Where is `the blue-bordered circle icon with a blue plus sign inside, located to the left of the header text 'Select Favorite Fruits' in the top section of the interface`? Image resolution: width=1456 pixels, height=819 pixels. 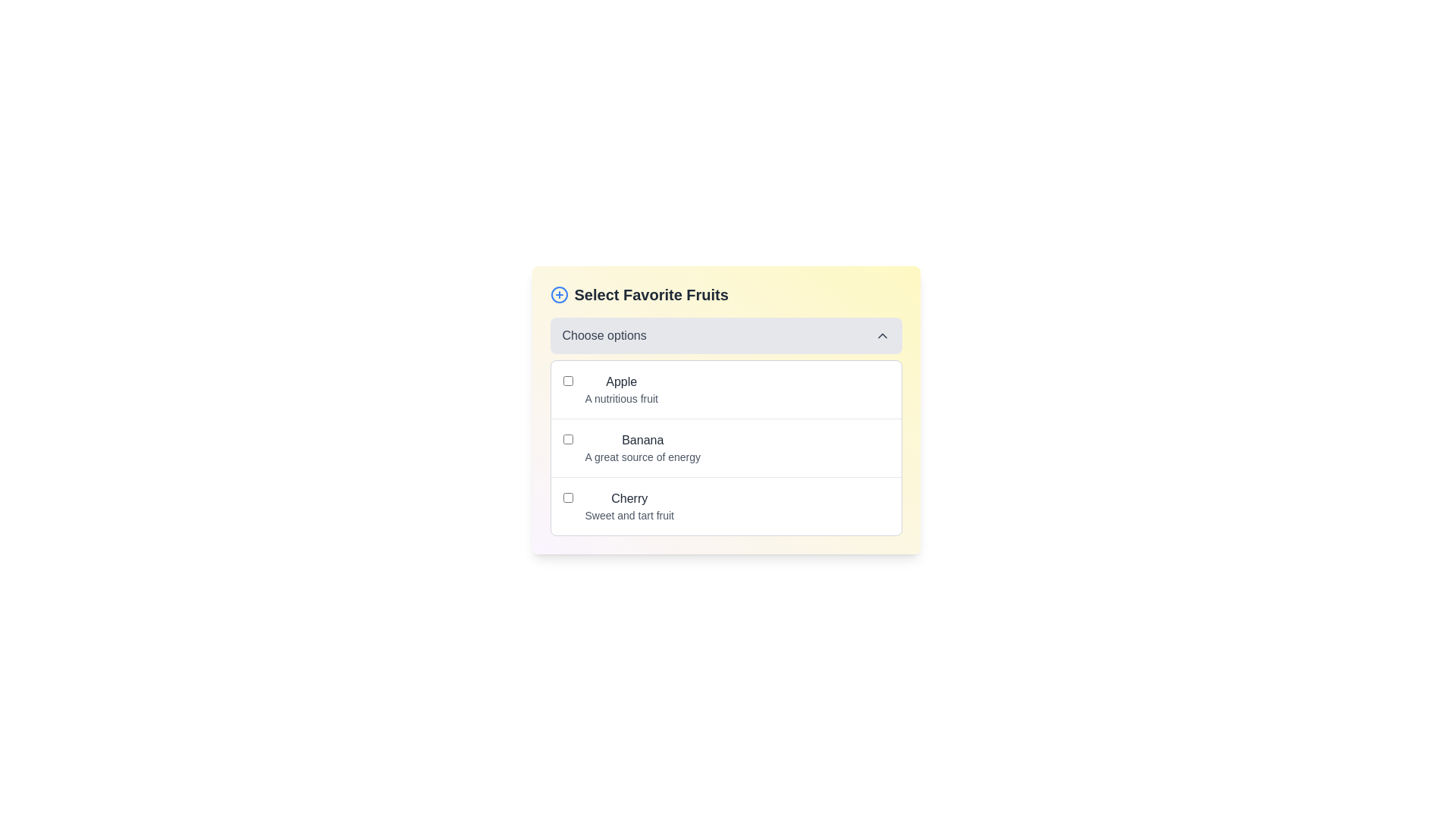 the blue-bordered circle icon with a blue plus sign inside, located to the left of the header text 'Select Favorite Fruits' in the top section of the interface is located at coordinates (558, 295).